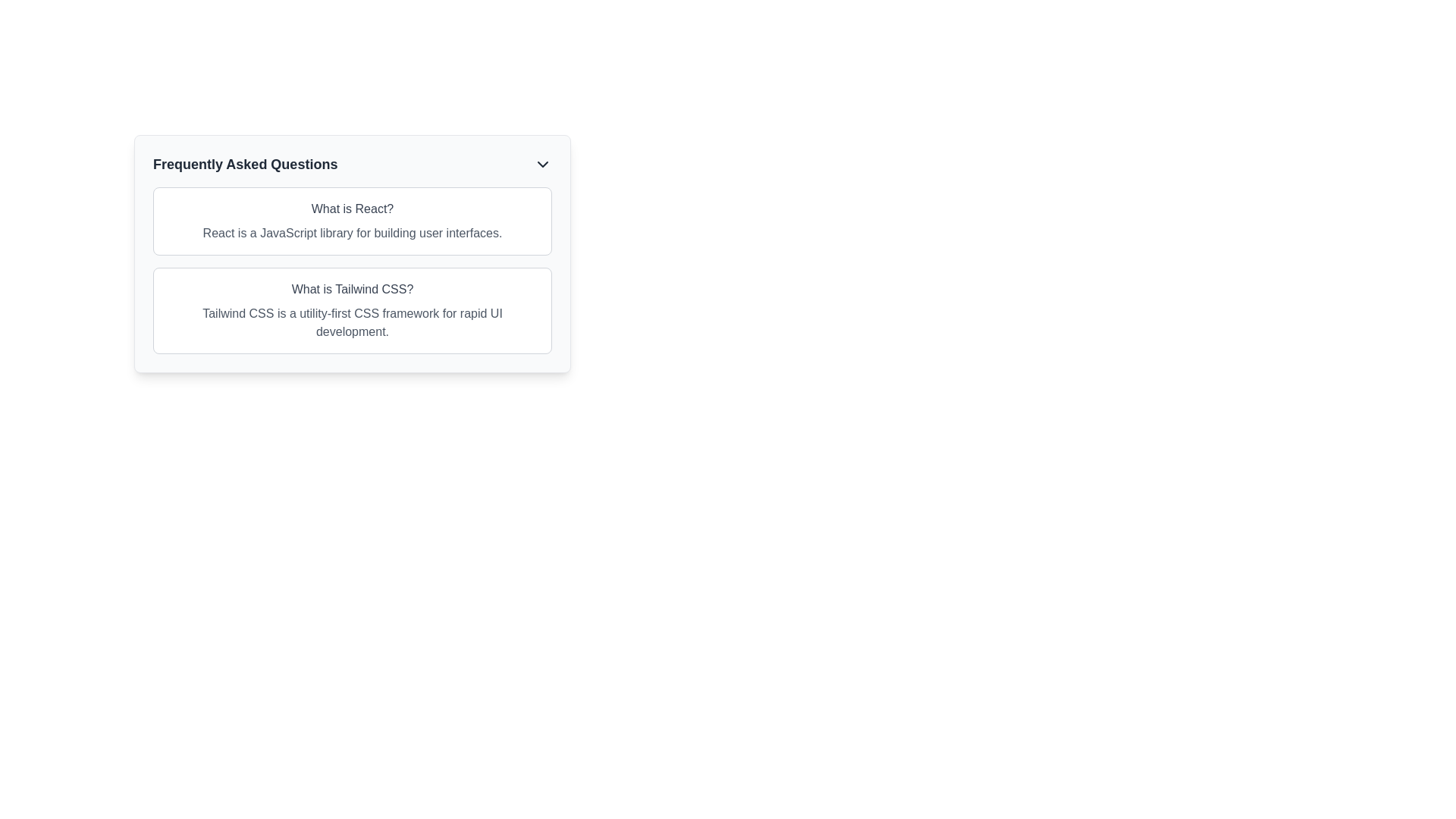 This screenshot has width=1456, height=819. I want to click on text displayed in the Text Header that says 'What is React?' which is a bold, gray-colored heading of a FAQ card, so click(352, 209).